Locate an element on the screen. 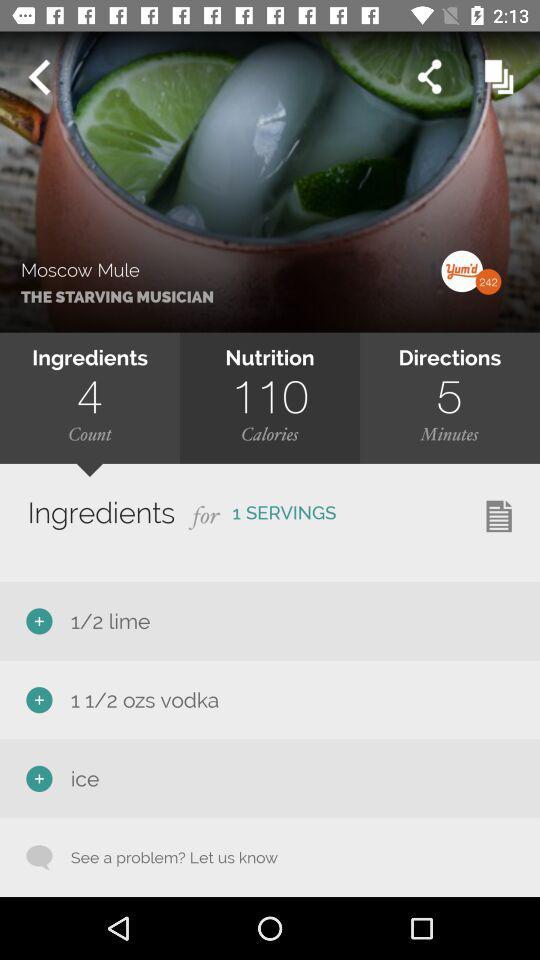 The height and width of the screenshot is (960, 540). previous is located at coordinates (38, 77).